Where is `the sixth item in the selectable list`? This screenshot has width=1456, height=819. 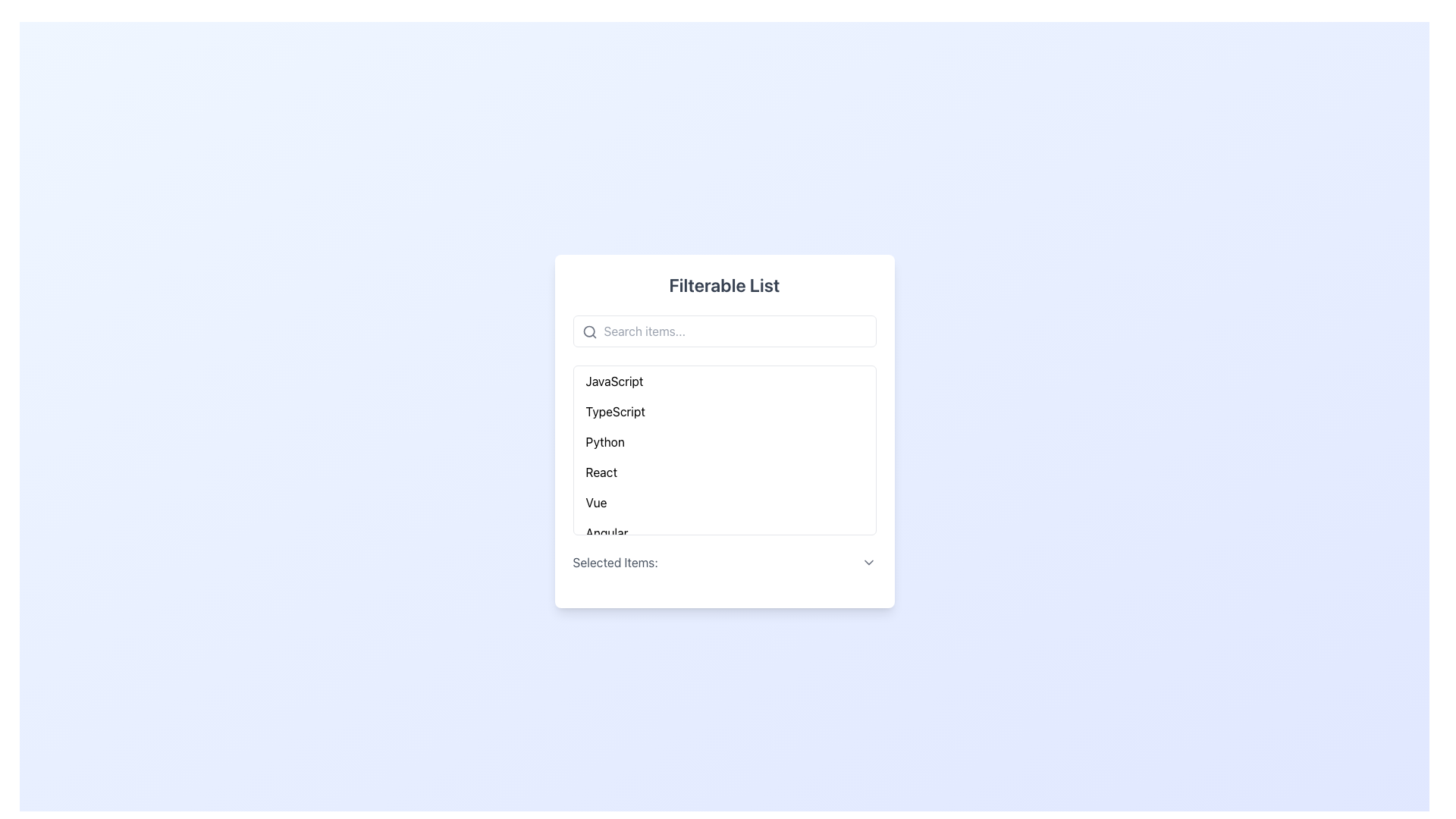
the sixth item in the selectable list is located at coordinates (723, 532).